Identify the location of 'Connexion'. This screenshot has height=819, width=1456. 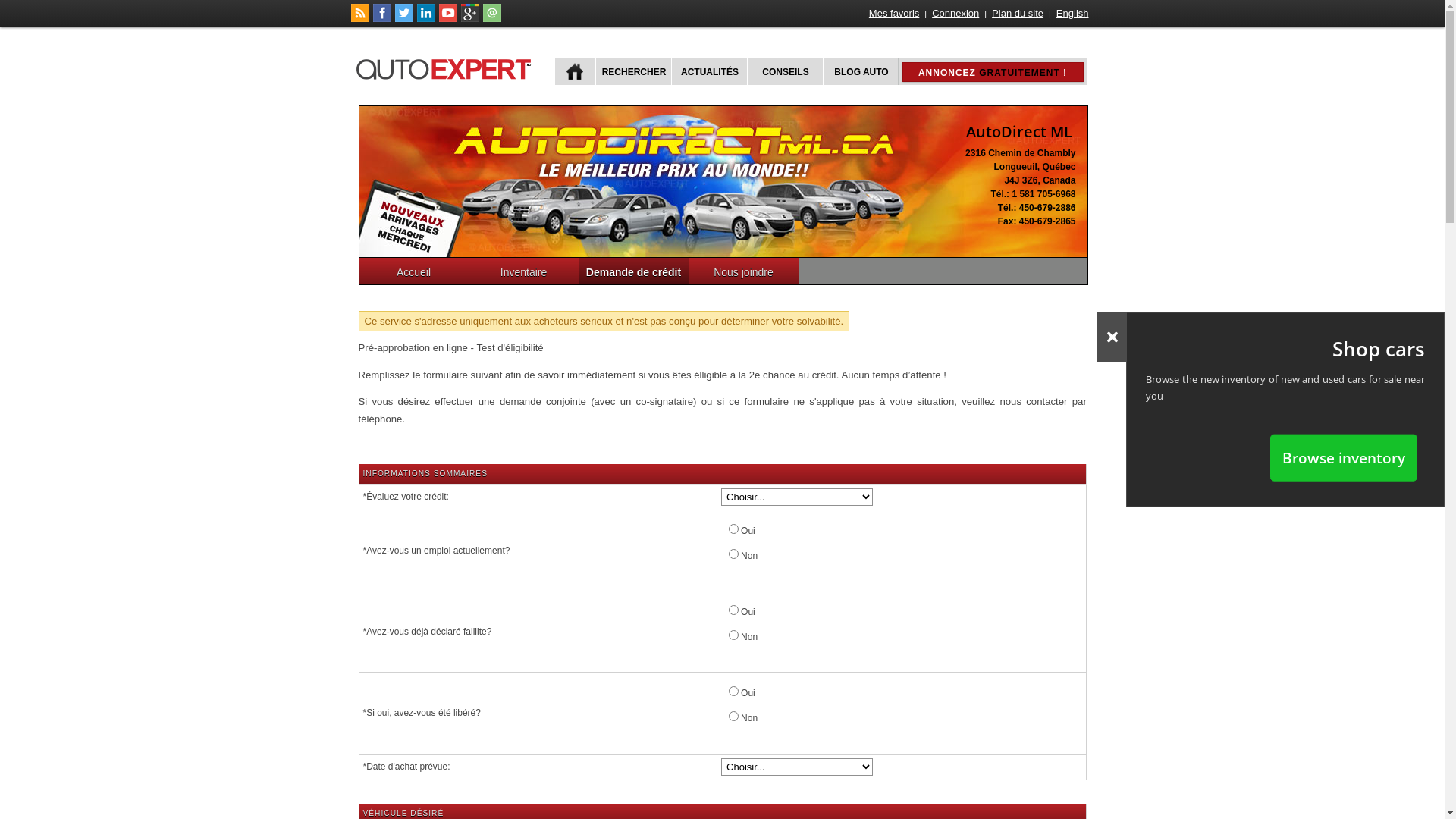
(954, 13).